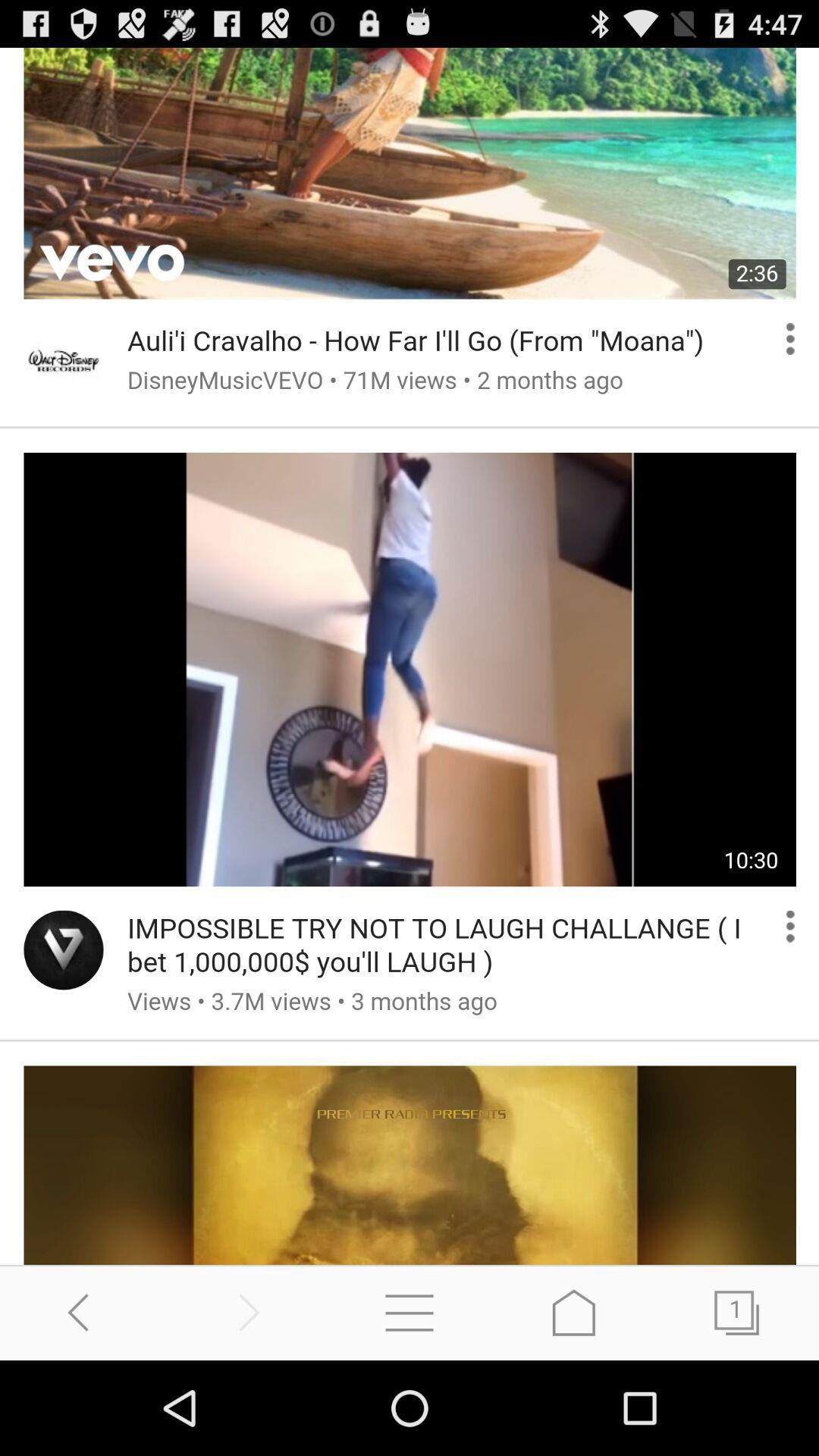 The image size is (819, 1456). What do you see at coordinates (245, 1312) in the screenshot?
I see `go forward` at bounding box center [245, 1312].